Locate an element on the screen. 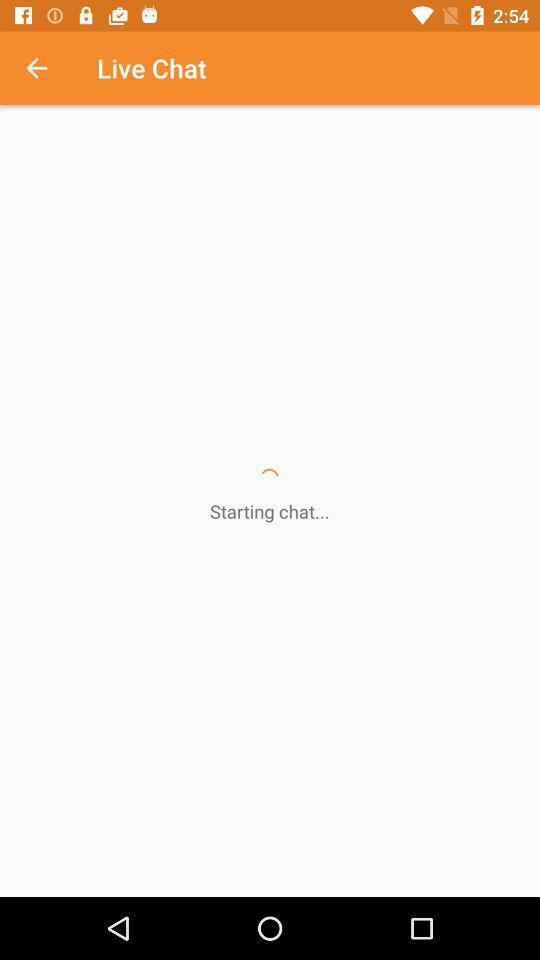  go back is located at coordinates (47, 68).